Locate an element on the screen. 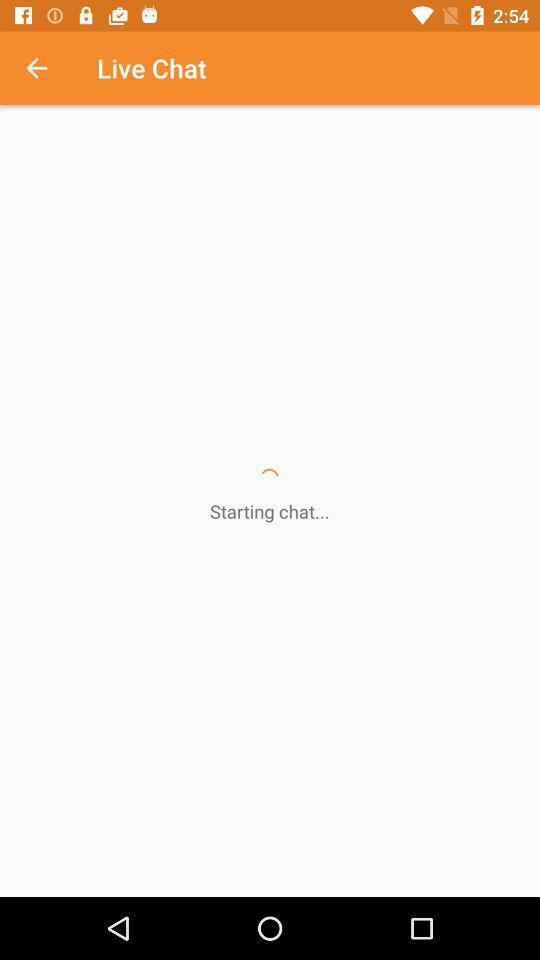  go back is located at coordinates (47, 68).